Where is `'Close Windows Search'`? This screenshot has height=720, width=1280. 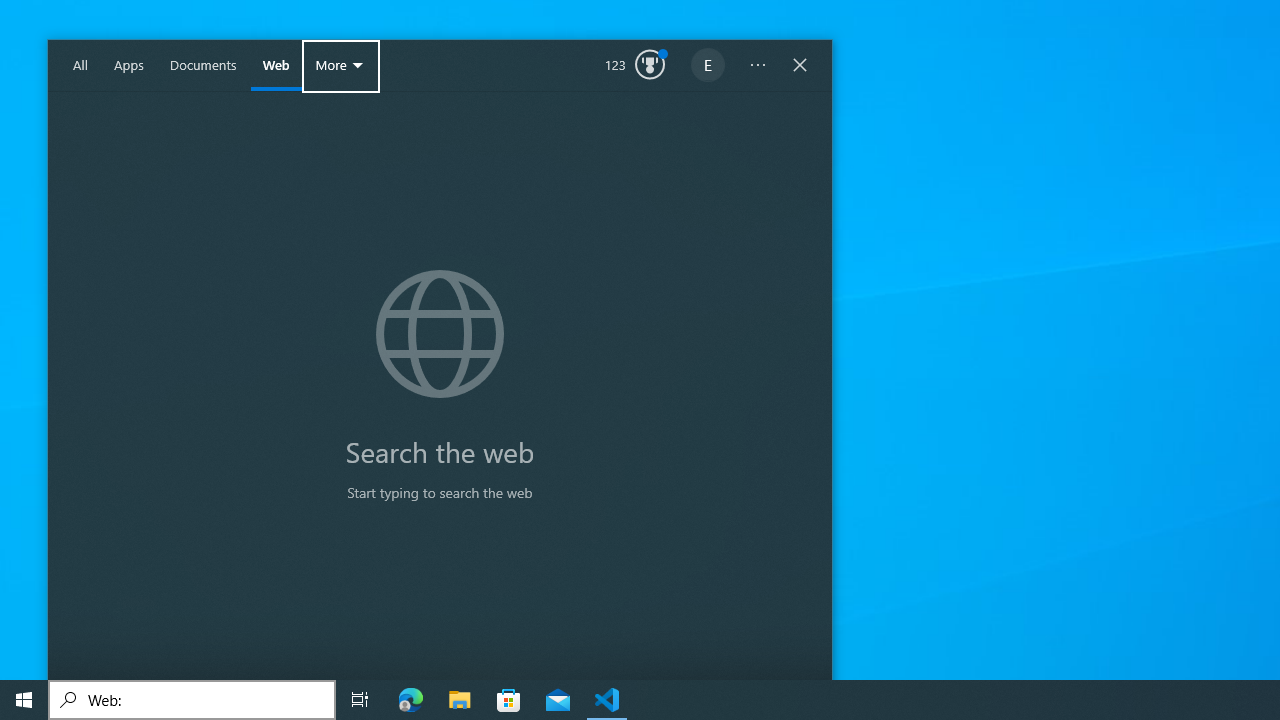 'Close Windows Search' is located at coordinates (800, 65).